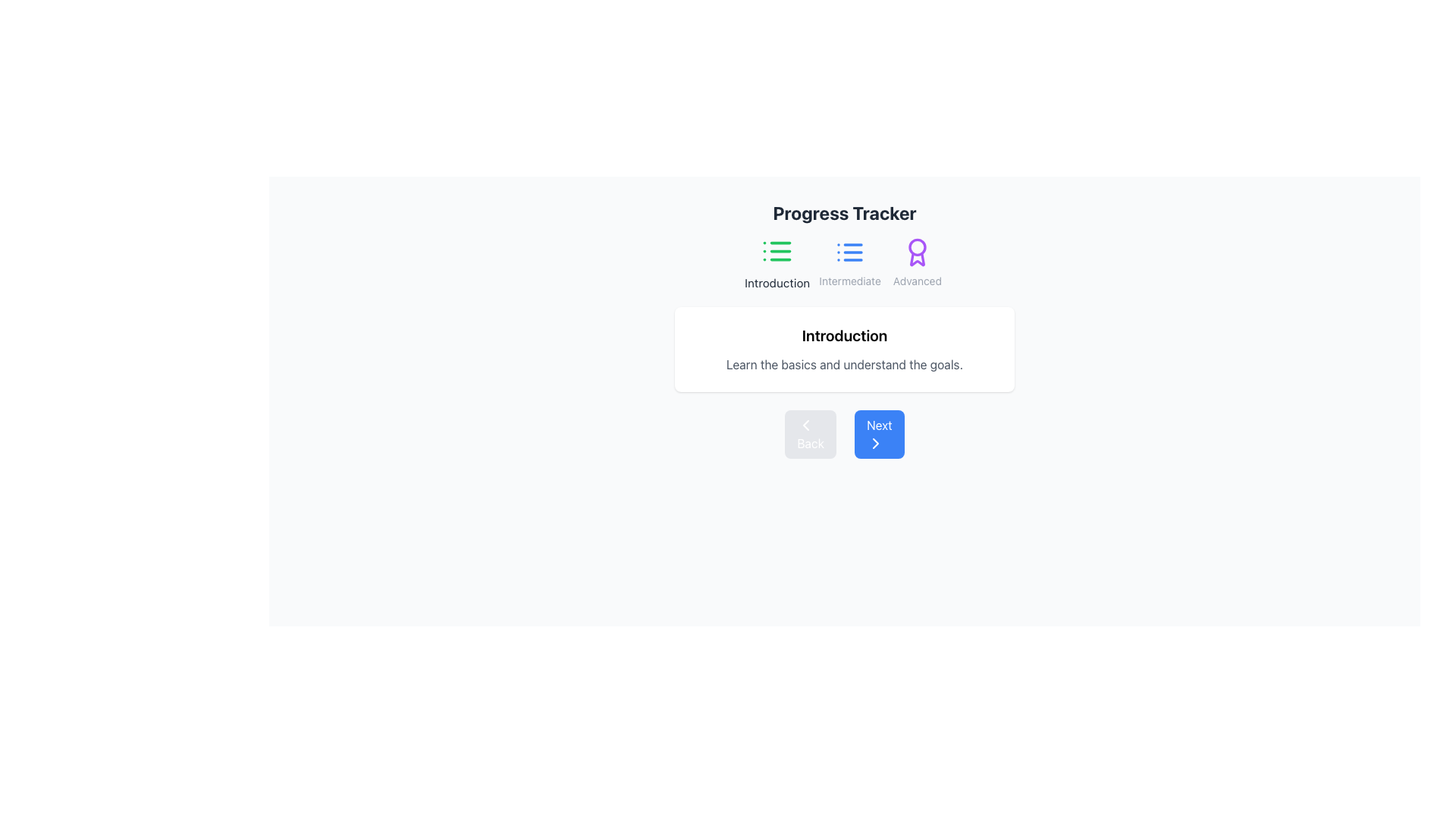  What do you see at coordinates (843, 365) in the screenshot?
I see `the instructional text located in the center of the white card component below the heading 'Introduction'` at bounding box center [843, 365].